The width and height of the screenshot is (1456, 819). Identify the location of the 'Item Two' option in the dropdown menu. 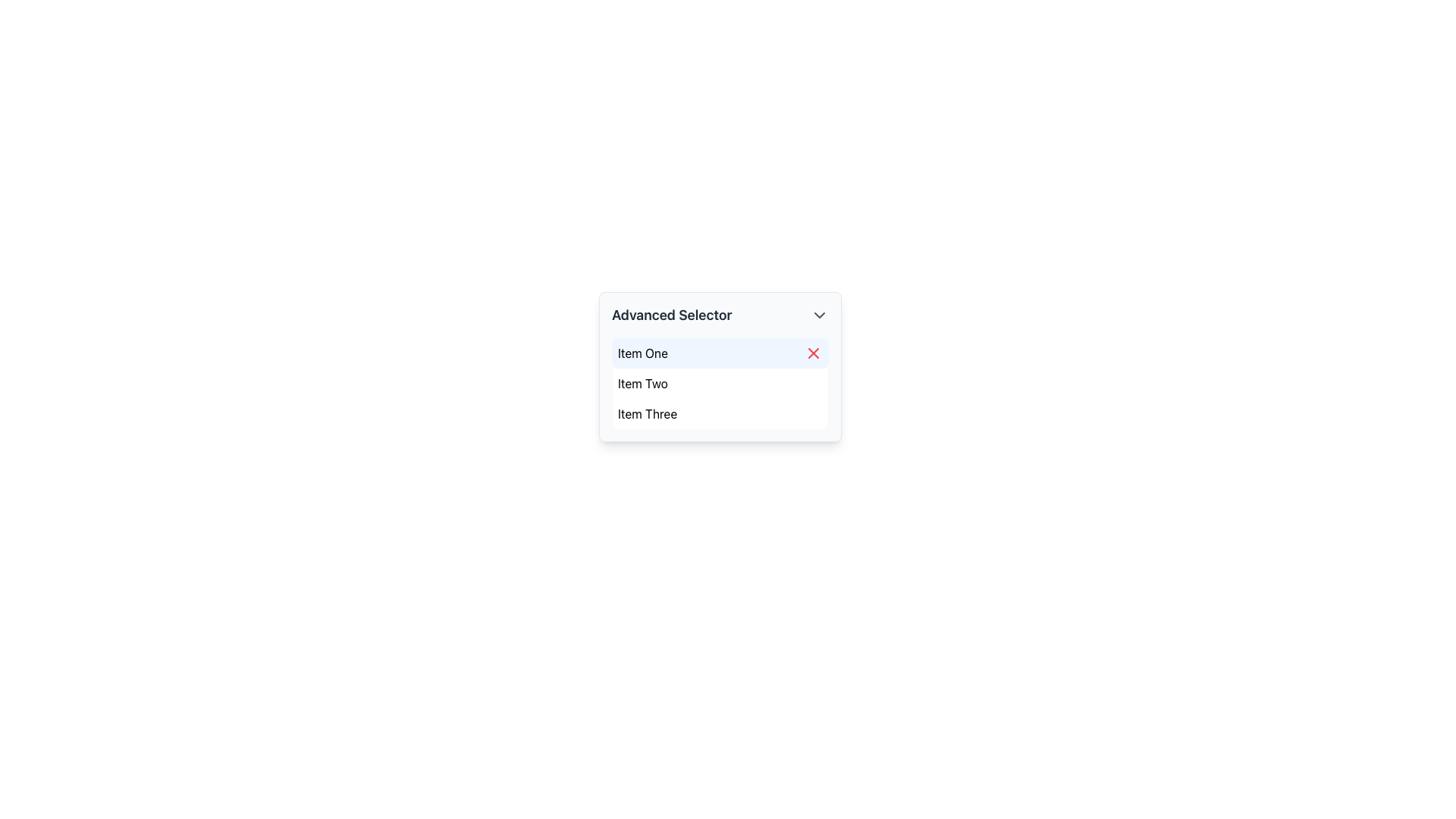
(642, 382).